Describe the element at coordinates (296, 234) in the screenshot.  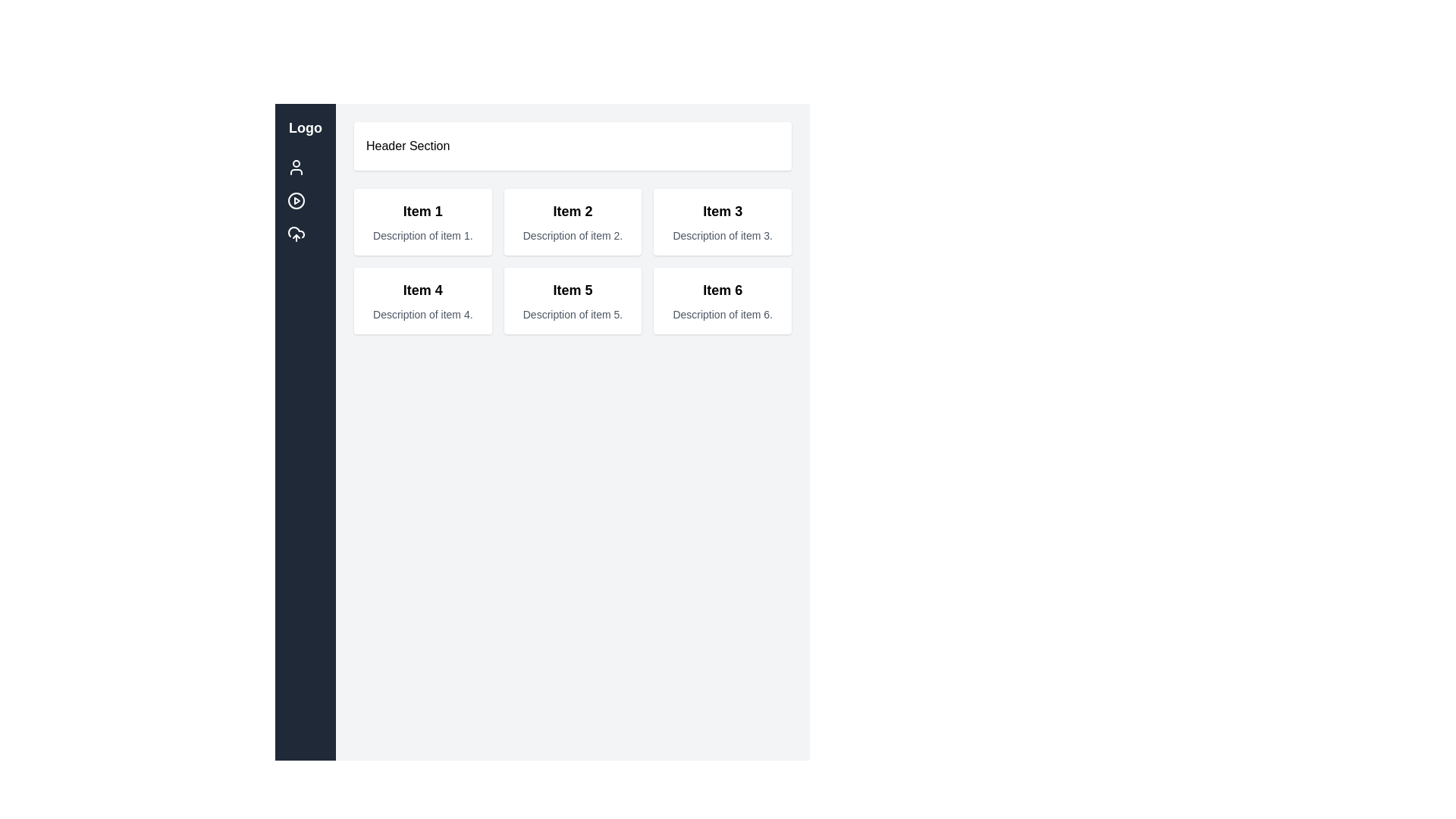
I see `the cloud upload icon, which is the third icon in the vertical list located in the left sidebar` at that location.